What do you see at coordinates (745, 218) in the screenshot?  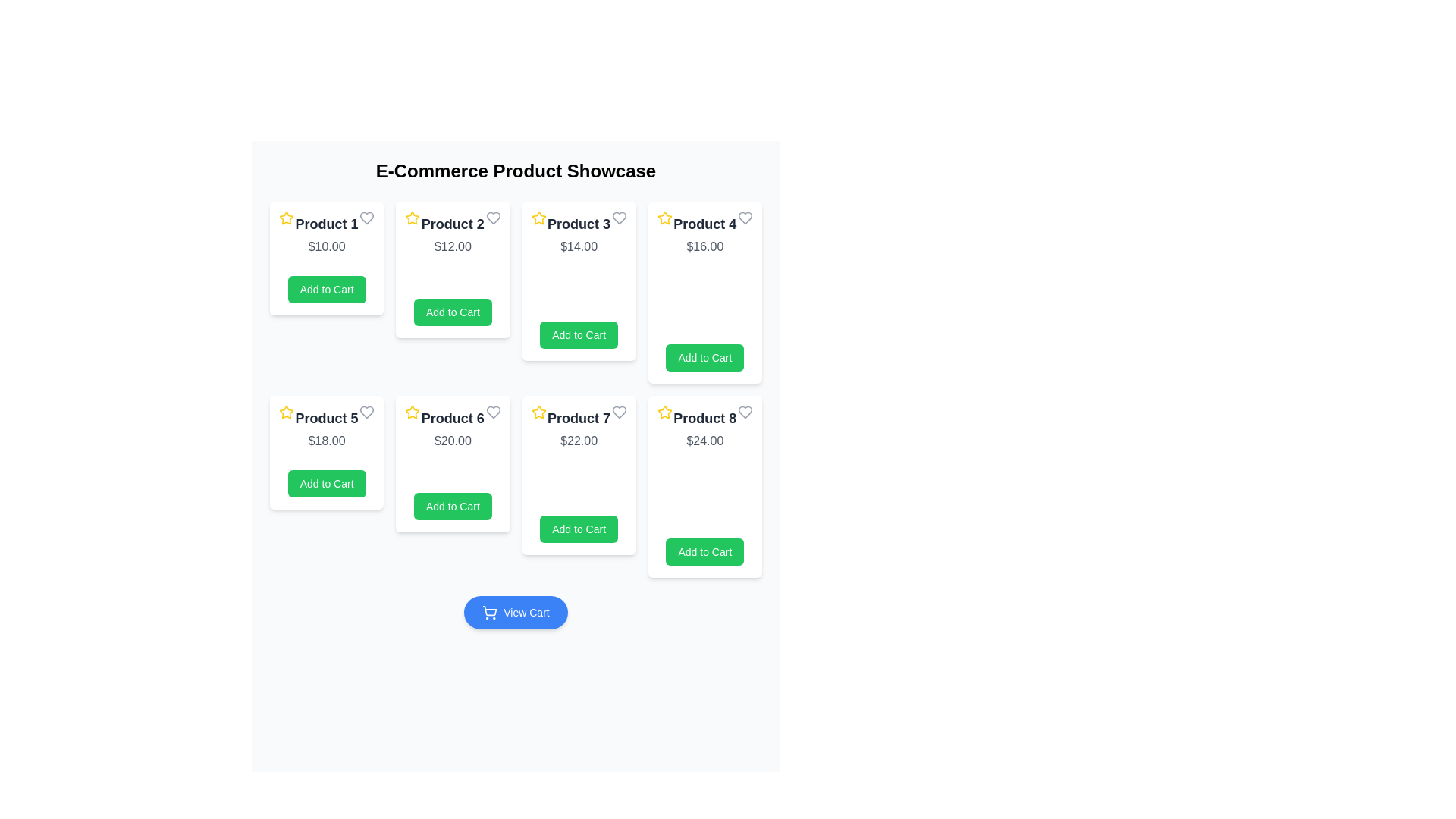 I see `the heart-shaped icon button located at the top-right corner of the product card labeled 'Product 4'` at bounding box center [745, 218].